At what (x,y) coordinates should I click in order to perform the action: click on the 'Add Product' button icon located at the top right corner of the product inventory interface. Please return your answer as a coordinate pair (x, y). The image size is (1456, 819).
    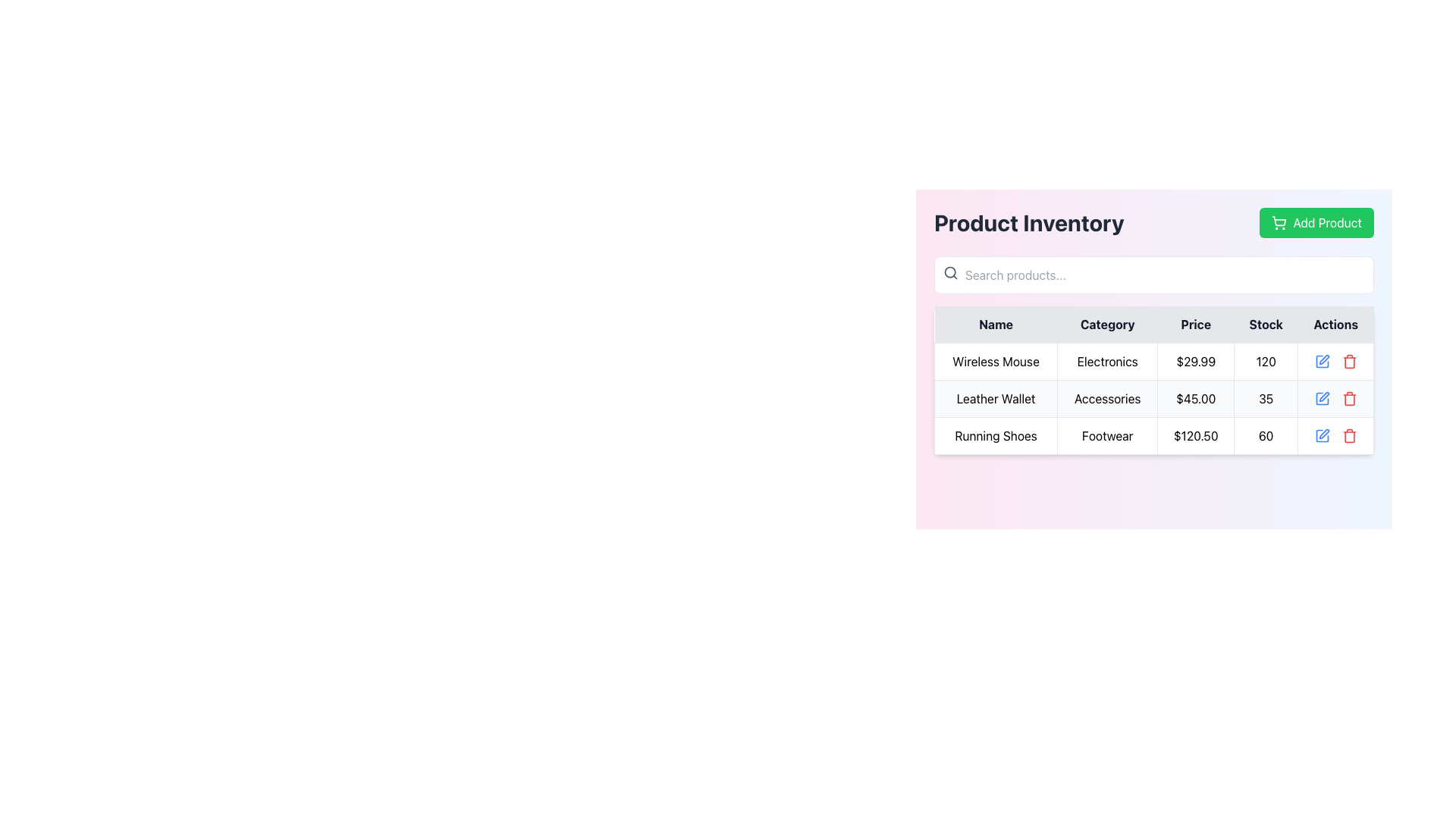
    Looking at the image, I should click on (1279, 221).